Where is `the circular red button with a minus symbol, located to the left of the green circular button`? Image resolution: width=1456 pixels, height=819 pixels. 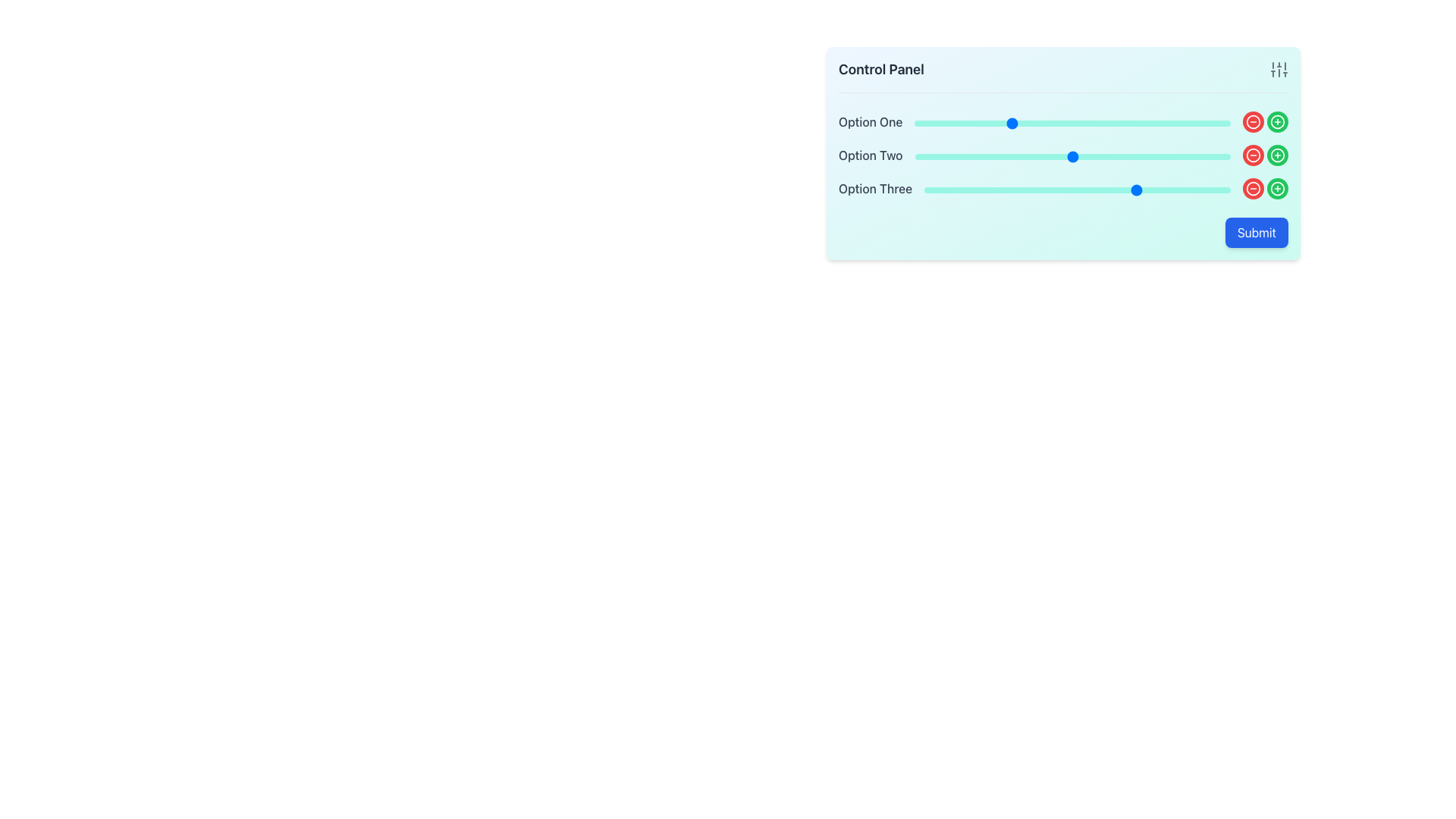 the circular red button with a minus symbol, located to the left of the green circular button is located at coordinates (1253, 155).